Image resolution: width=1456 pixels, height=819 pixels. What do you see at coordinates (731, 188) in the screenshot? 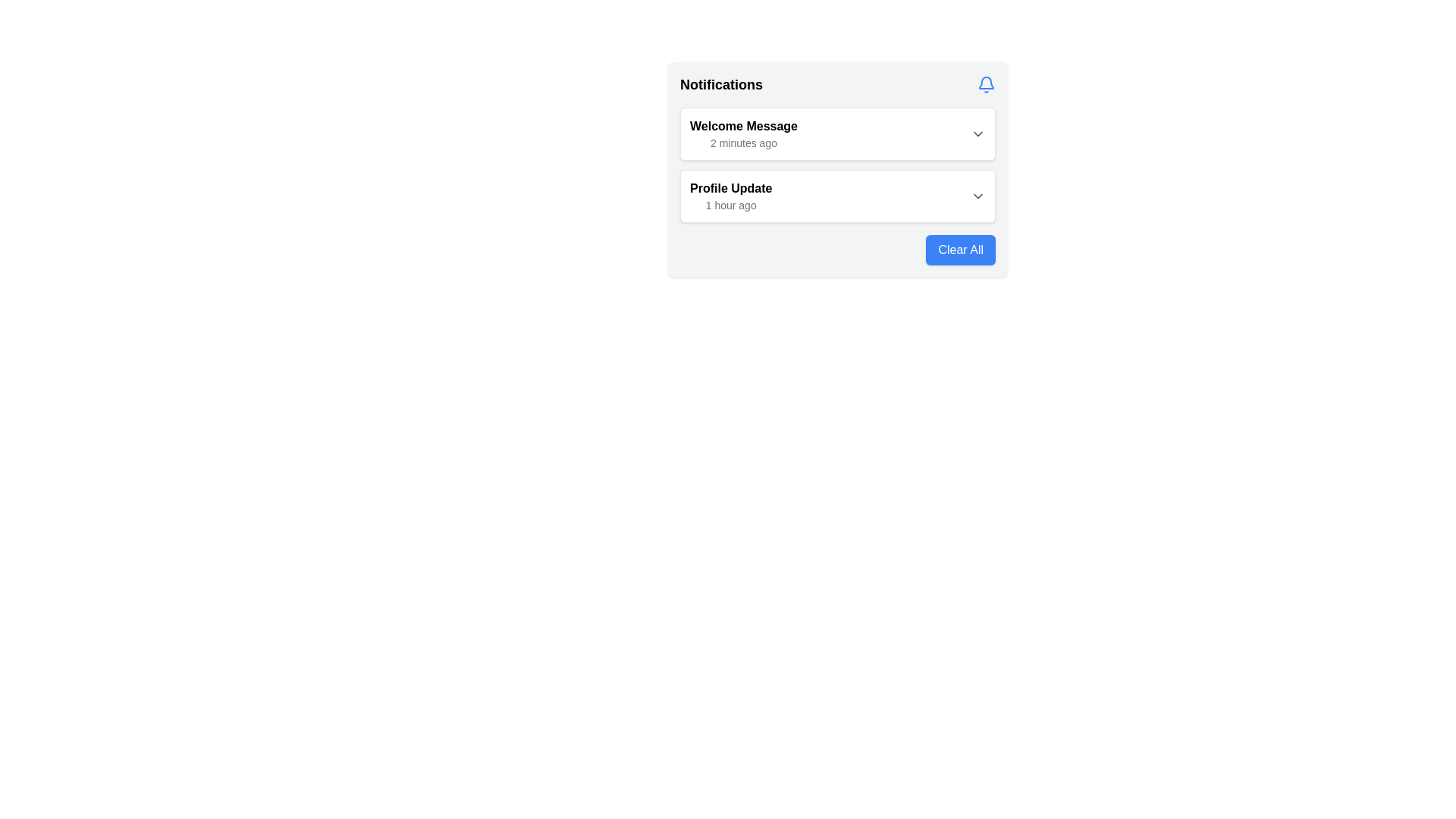
I see `text of the title in the second notification card, which summarizes the update or event and is located under 'Welcome Message'` at bounding box center [731, 188].